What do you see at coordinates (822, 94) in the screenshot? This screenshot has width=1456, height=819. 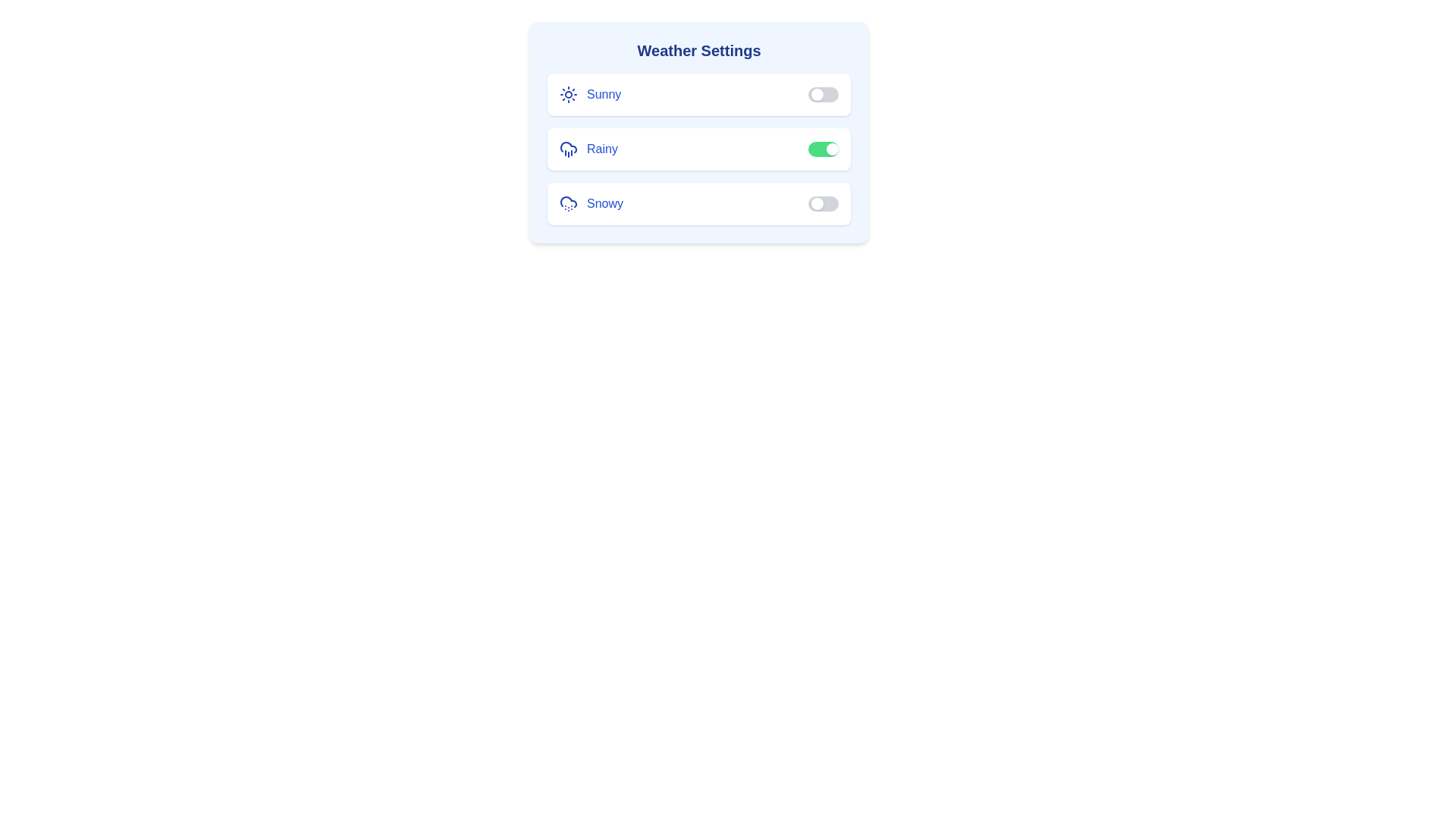 I see `the toggle switch located in the 'Weather Settings' section under the 'Sunny' label` at bounding box center [822, 94].